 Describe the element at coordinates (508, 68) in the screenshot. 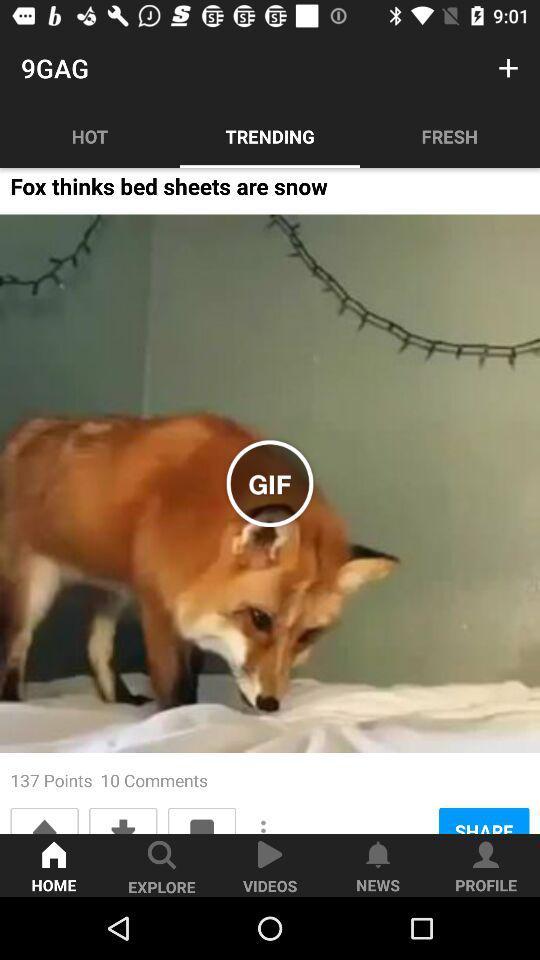

I see `the item to the right of 9gag icon` at that location.